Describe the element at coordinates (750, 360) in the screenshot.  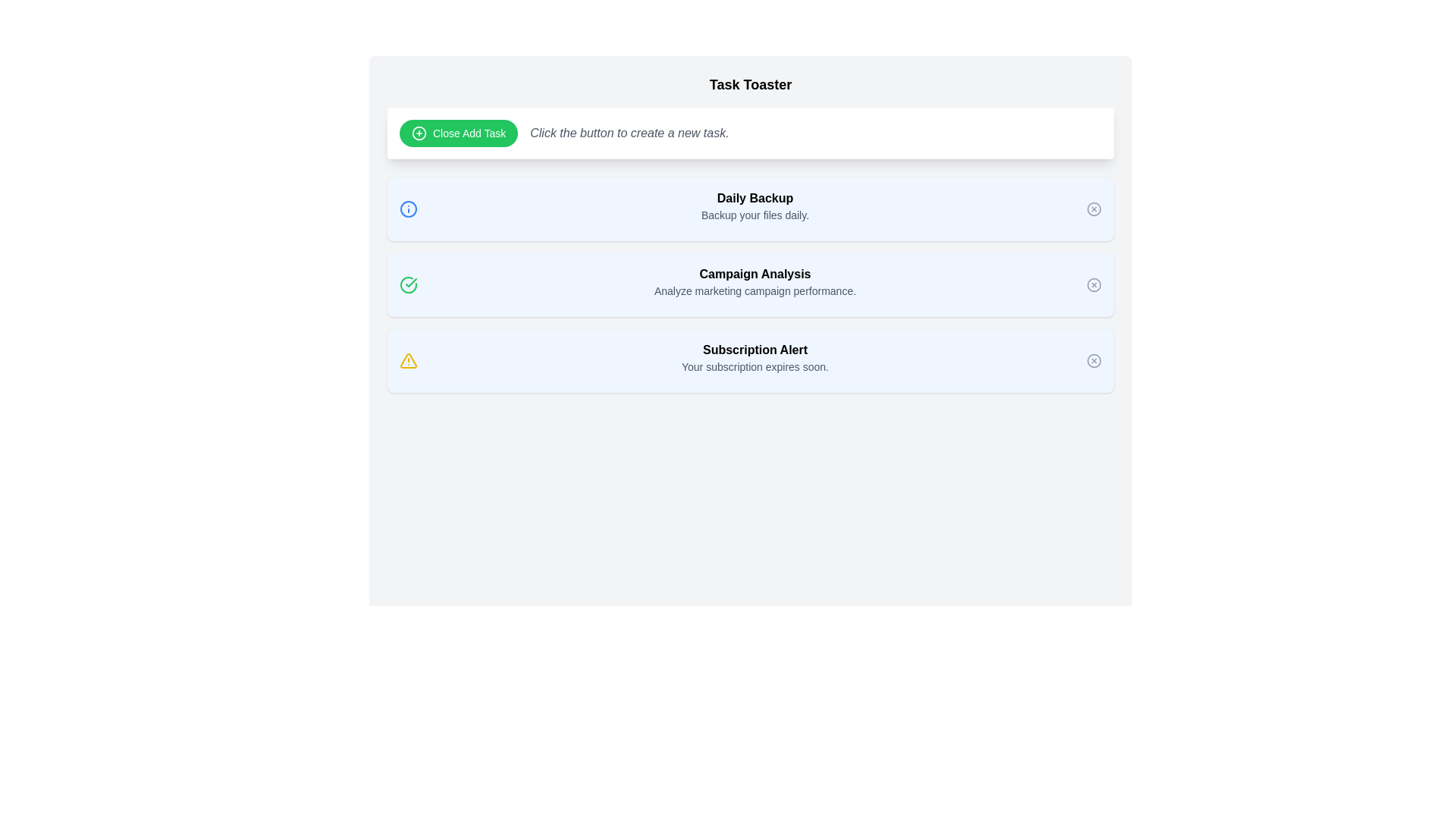
I see `the Notification card displaying 'Subscription Alert' with a light blue background and a yellow alert icon, located third in a vertical stack of notifications` at that location.